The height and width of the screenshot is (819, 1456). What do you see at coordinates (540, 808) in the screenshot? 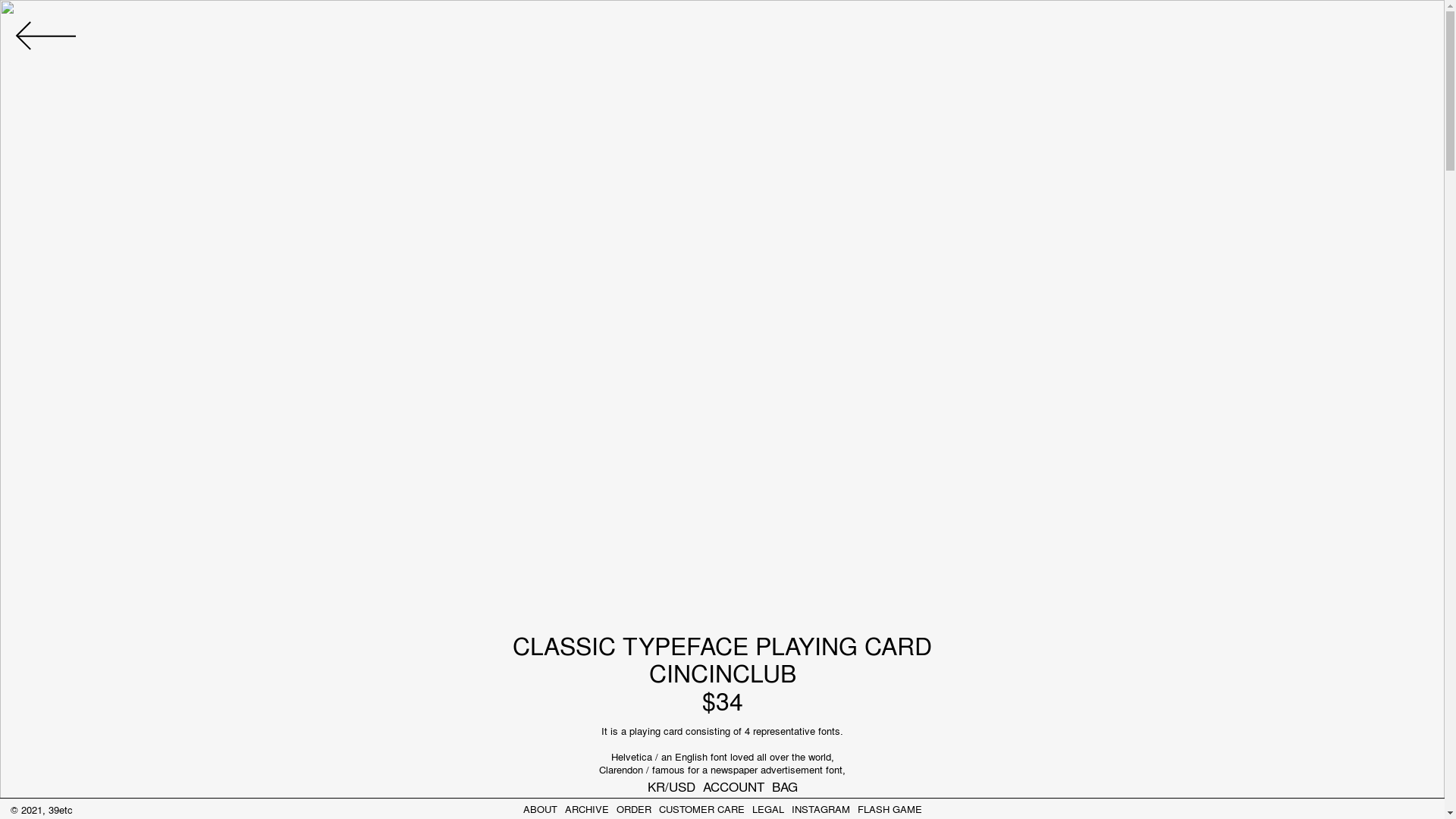
I see `'ABOUT'` at bounding box center [540, 808].